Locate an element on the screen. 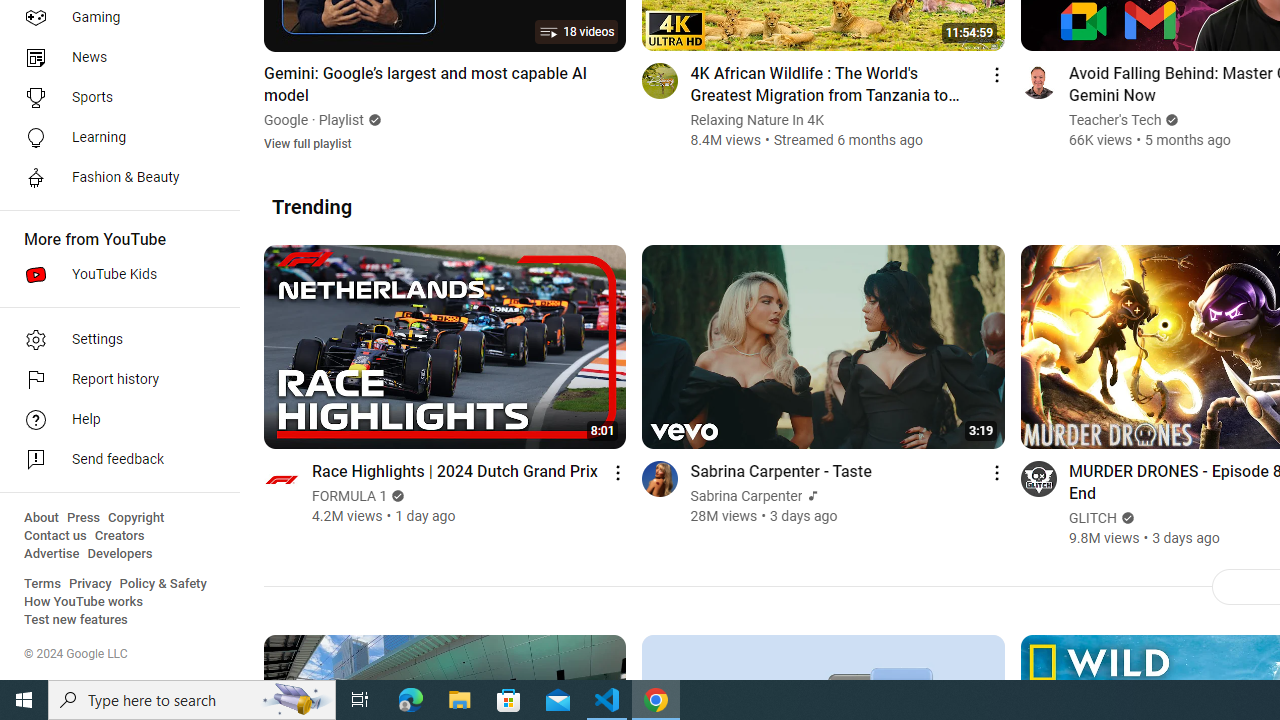 The image size is (1280, 720). 'Copyright' is located at coordinates (135, 517).